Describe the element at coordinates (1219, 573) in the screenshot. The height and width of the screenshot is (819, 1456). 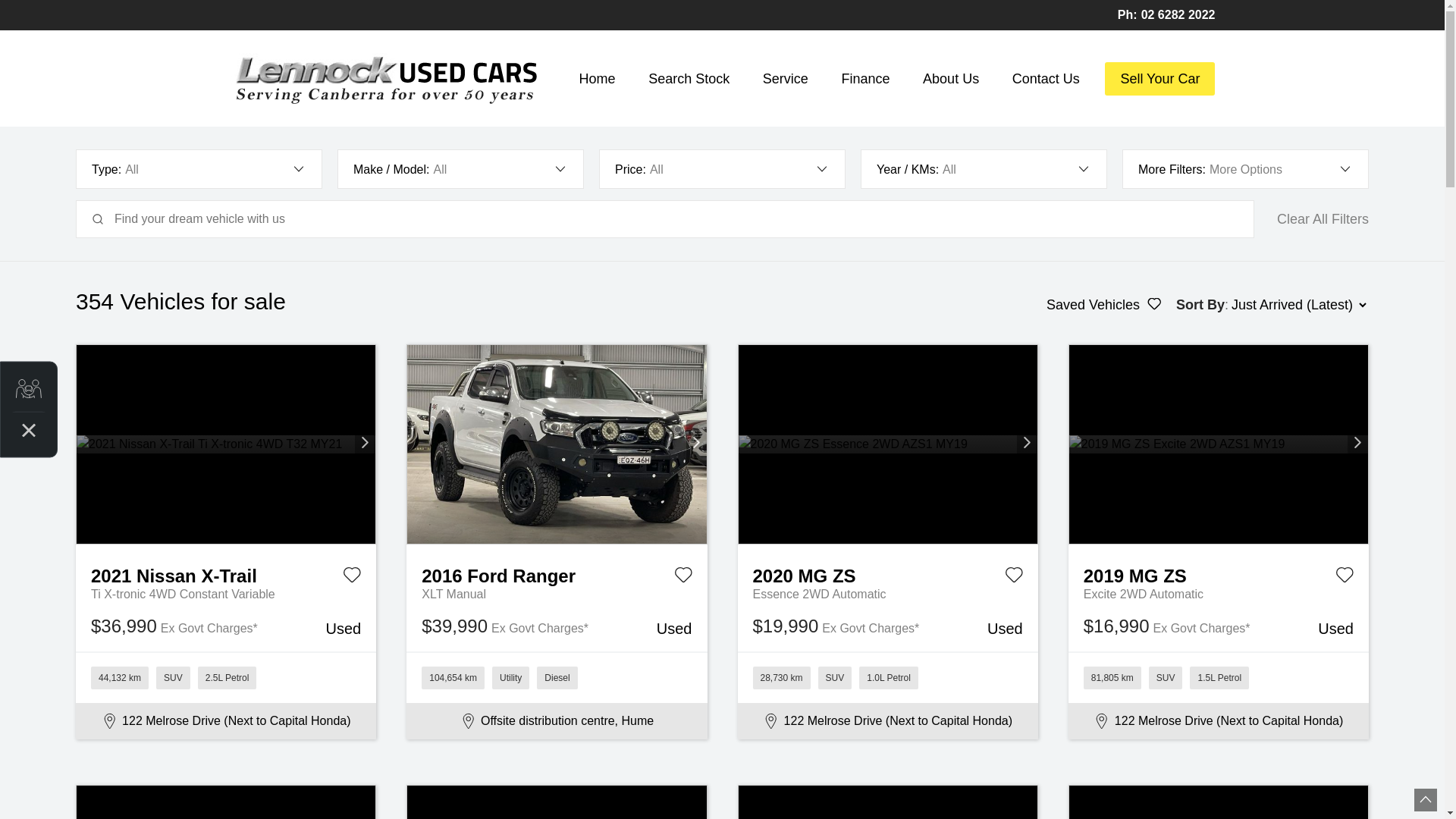
I see `'2019 MG ZS` at that location.